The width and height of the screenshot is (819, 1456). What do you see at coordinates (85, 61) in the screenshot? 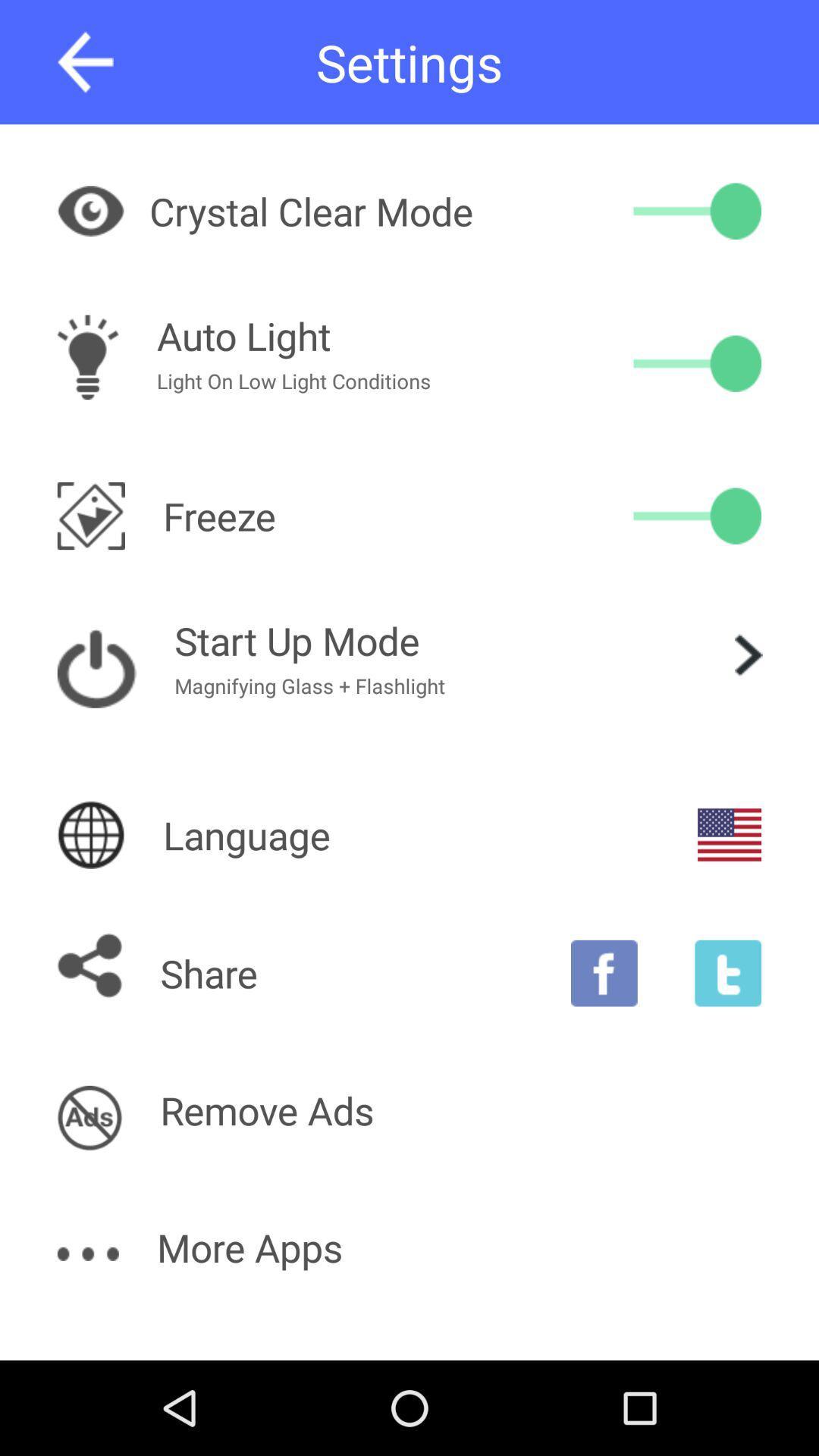
I see `go back` at bounding box center [85, 61].